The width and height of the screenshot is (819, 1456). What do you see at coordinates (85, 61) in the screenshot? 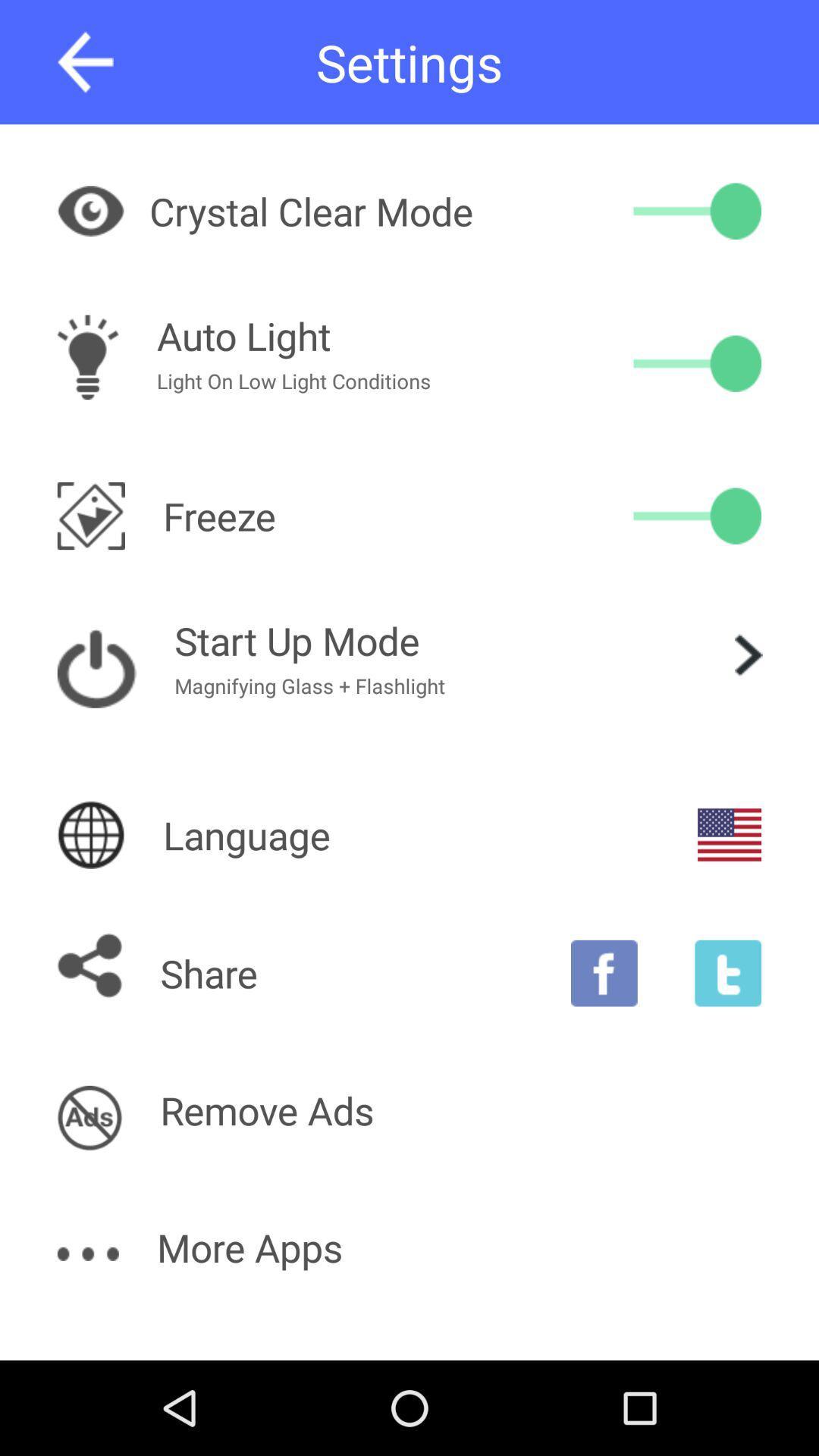
I see `go back` at bounding box center [85, 61].